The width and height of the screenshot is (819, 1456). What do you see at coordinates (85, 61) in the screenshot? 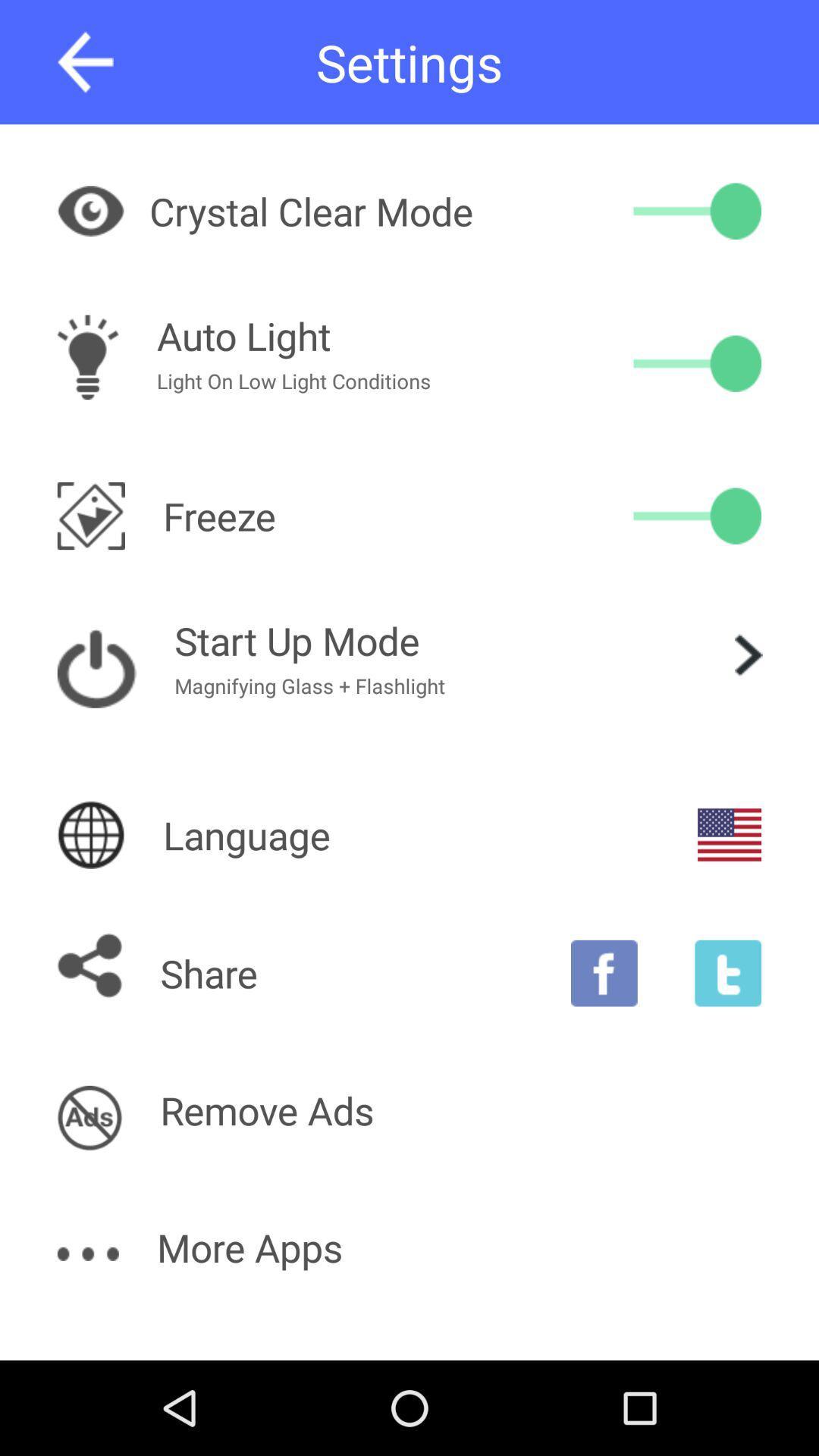
I see `go back` at bounding box center [85, 61].